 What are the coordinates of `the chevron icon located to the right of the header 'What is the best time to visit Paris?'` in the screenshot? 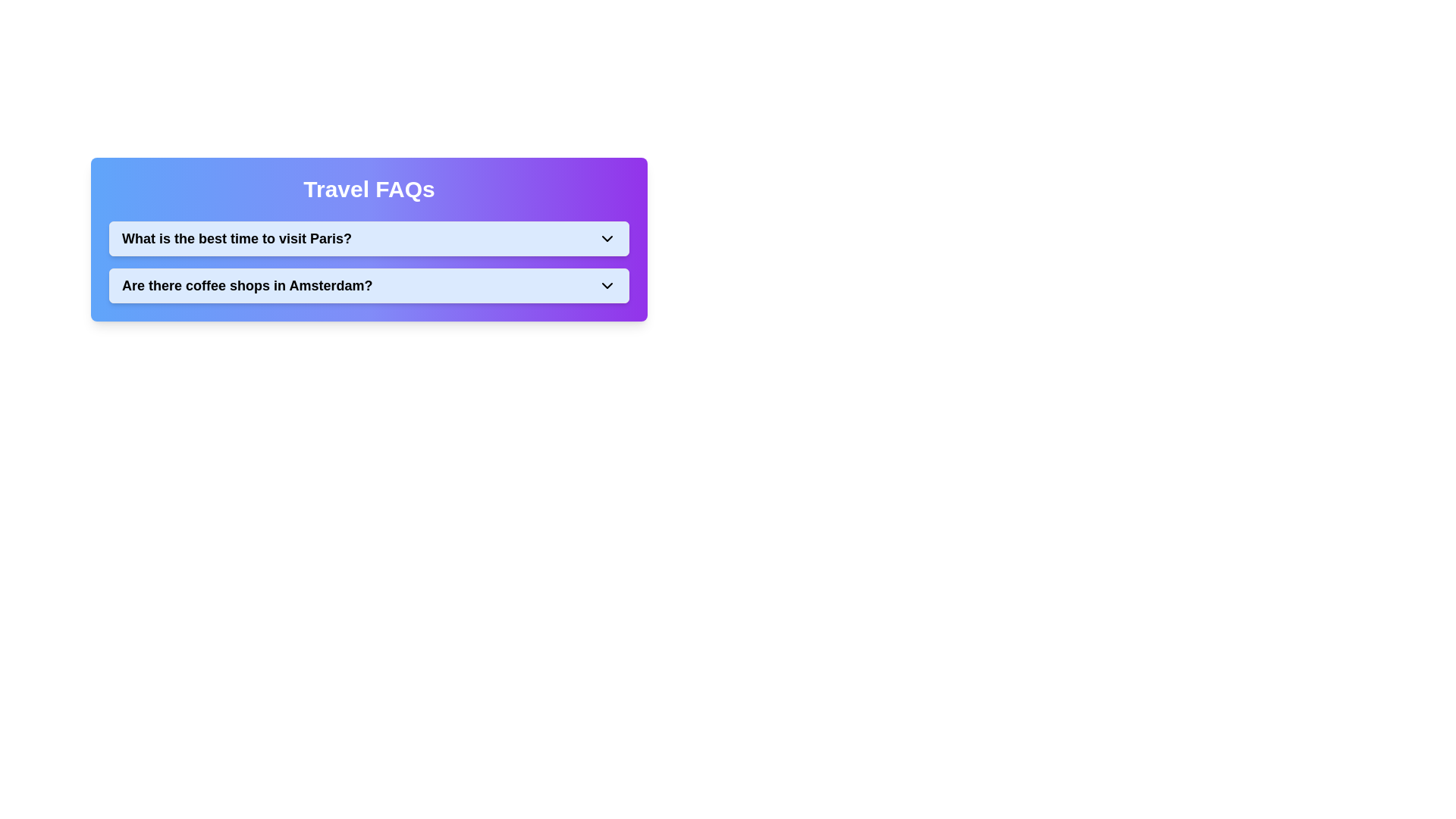 It's located at (607, 239).